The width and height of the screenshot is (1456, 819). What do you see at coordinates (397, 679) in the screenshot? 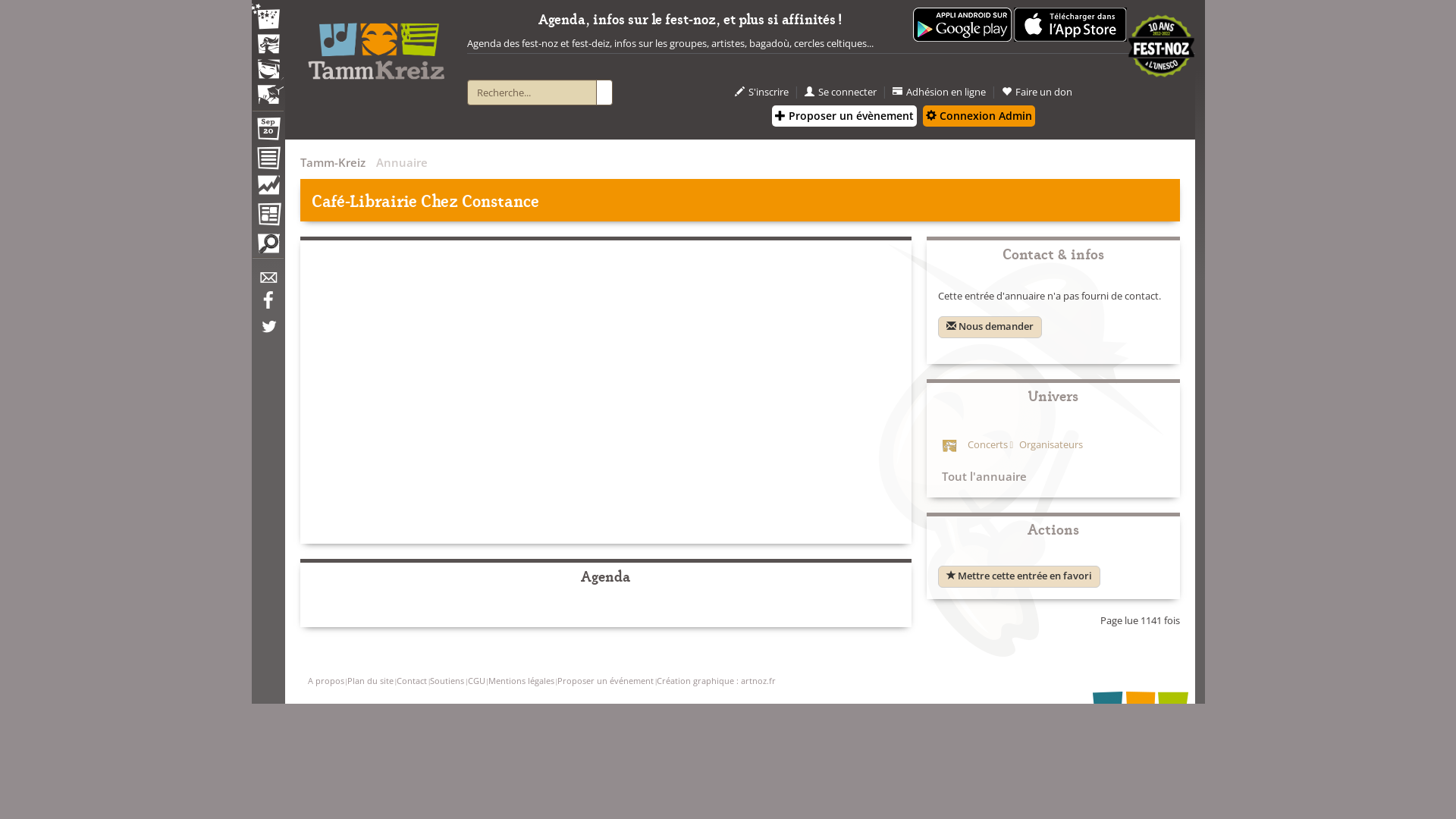
I see `'Contact'` at bounding box center [397, 679].